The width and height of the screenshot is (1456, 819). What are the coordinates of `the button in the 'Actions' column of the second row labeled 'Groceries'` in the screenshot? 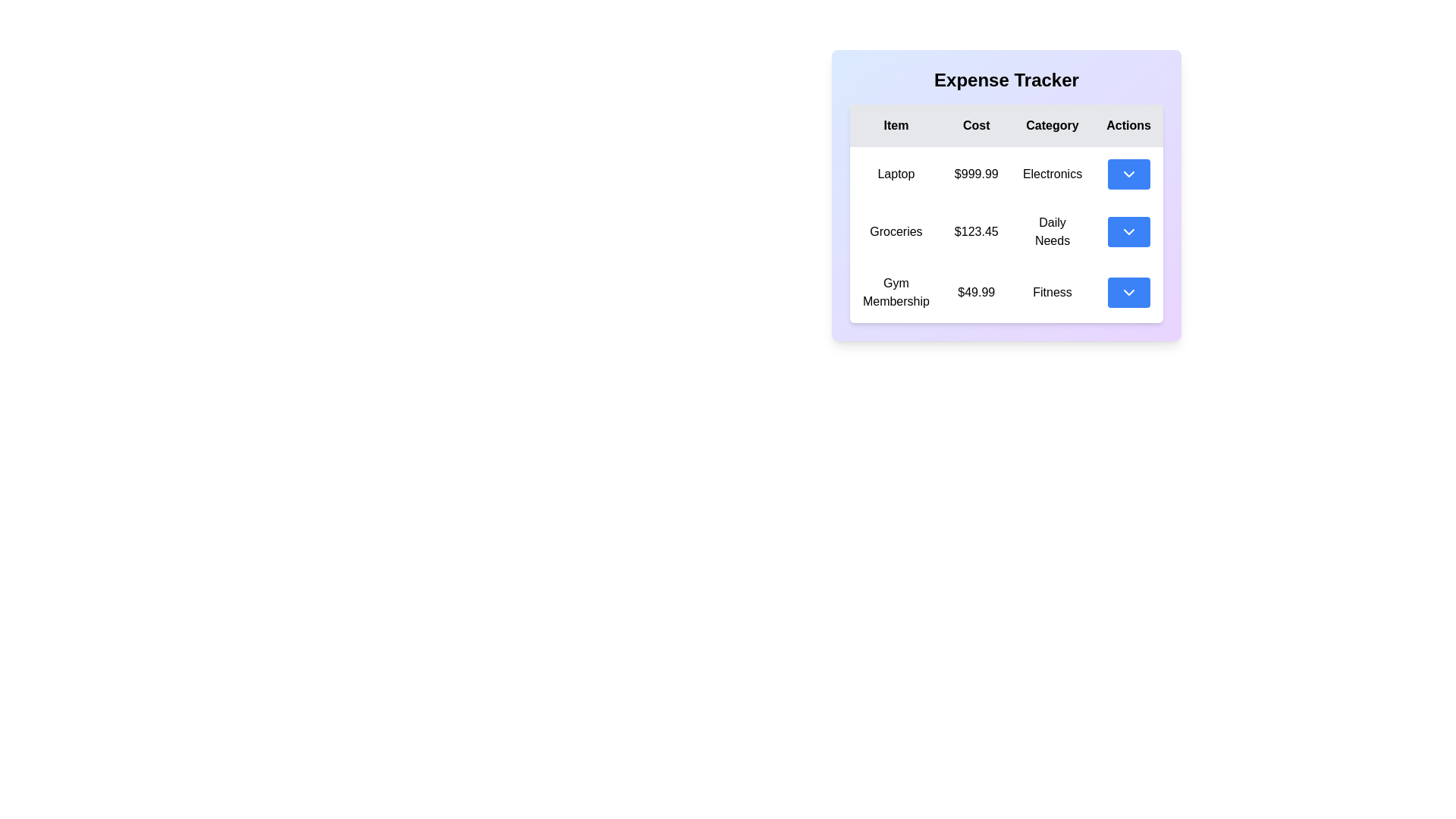 It's located at (1128, 231).